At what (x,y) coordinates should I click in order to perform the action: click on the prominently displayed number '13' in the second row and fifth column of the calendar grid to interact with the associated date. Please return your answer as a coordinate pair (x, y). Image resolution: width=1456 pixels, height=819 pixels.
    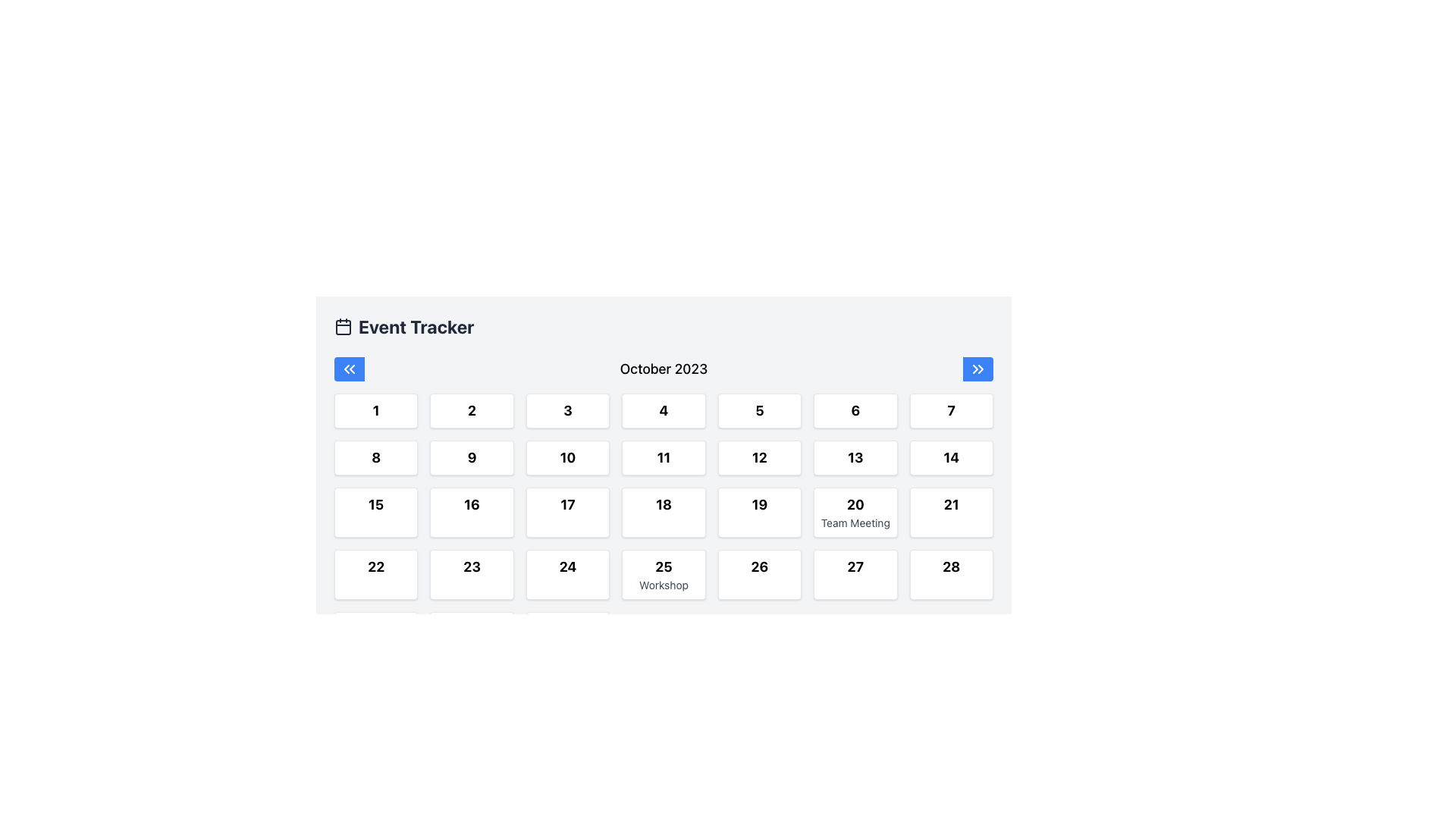
    Looking at the image, I should click on (855, 457).